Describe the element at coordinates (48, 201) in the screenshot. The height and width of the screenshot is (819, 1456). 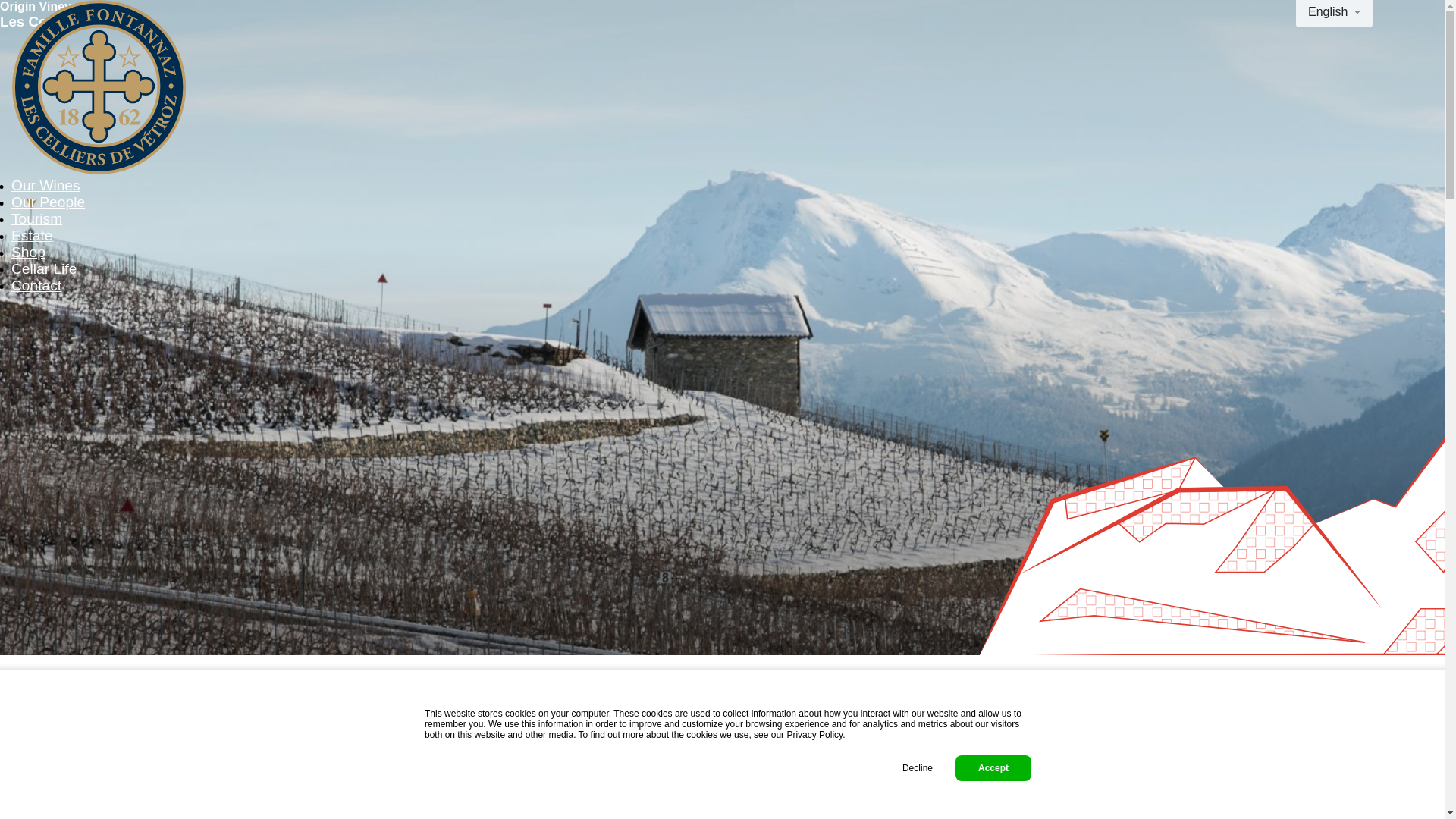
I see `'Our People'` at that location.